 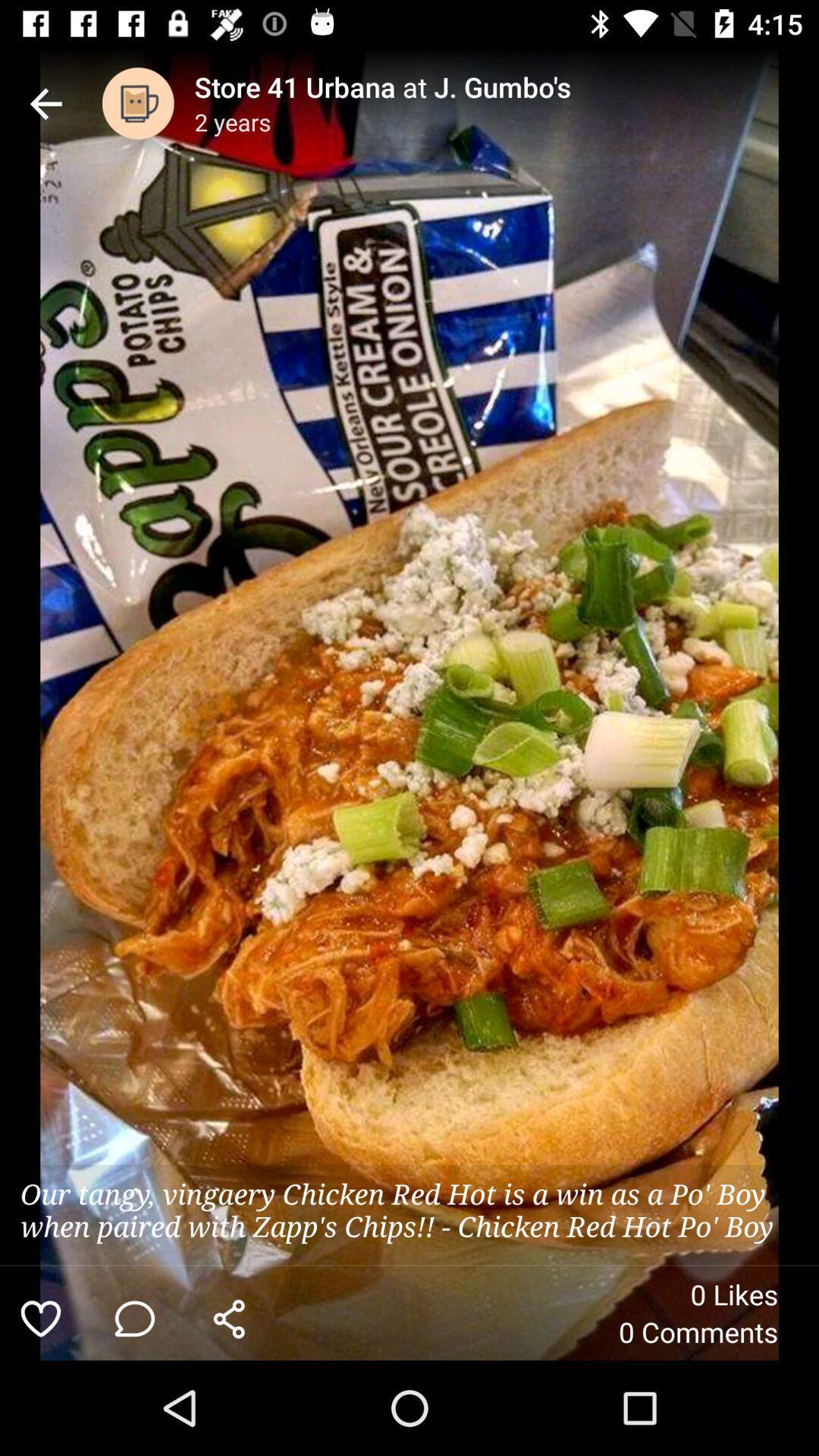 I want to click on item above our tangy vingaery item, so click(x=138, y=102).